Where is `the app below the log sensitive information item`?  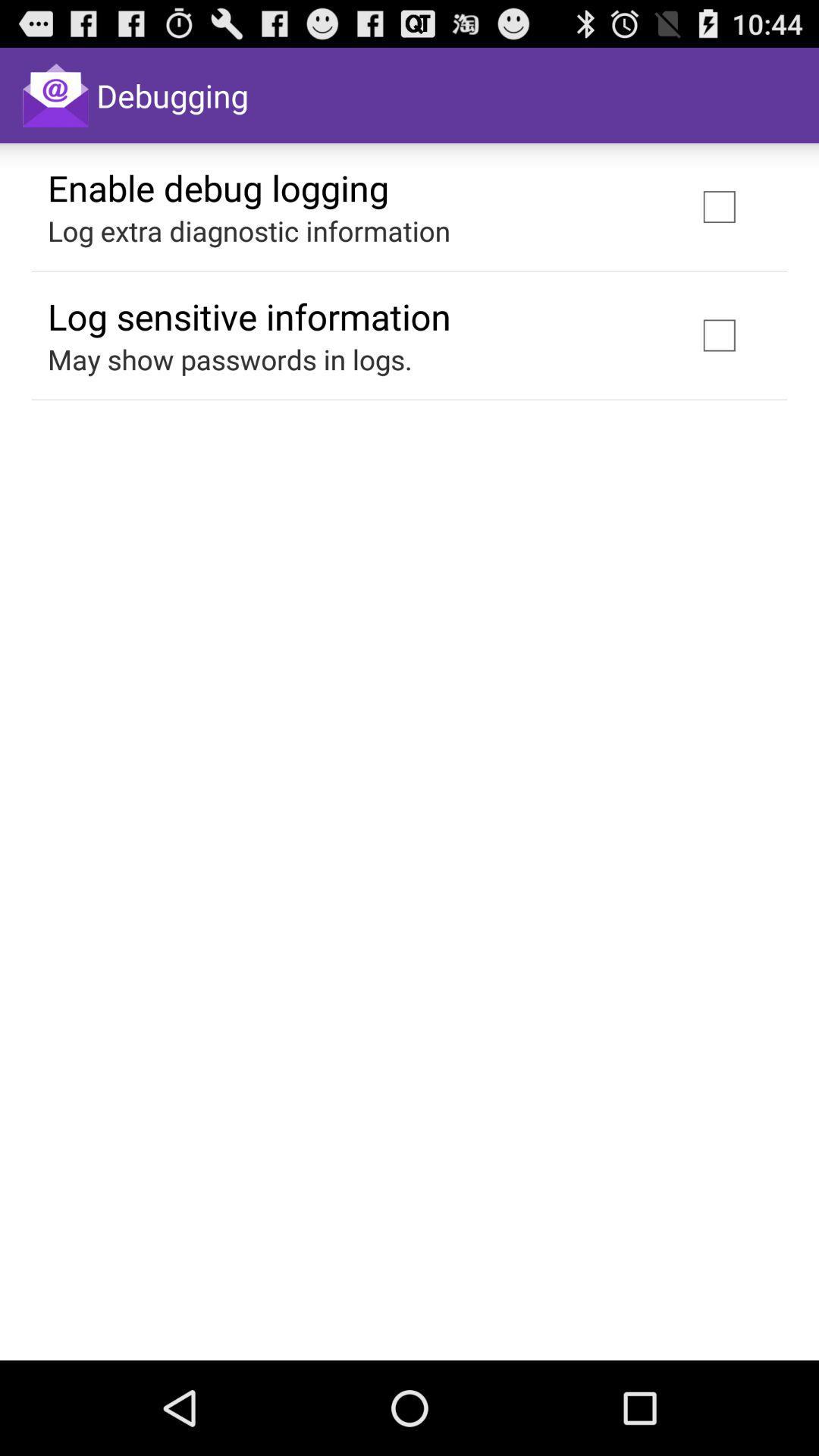 the app below the log sensitive information item is located at coordinates (230, 359).